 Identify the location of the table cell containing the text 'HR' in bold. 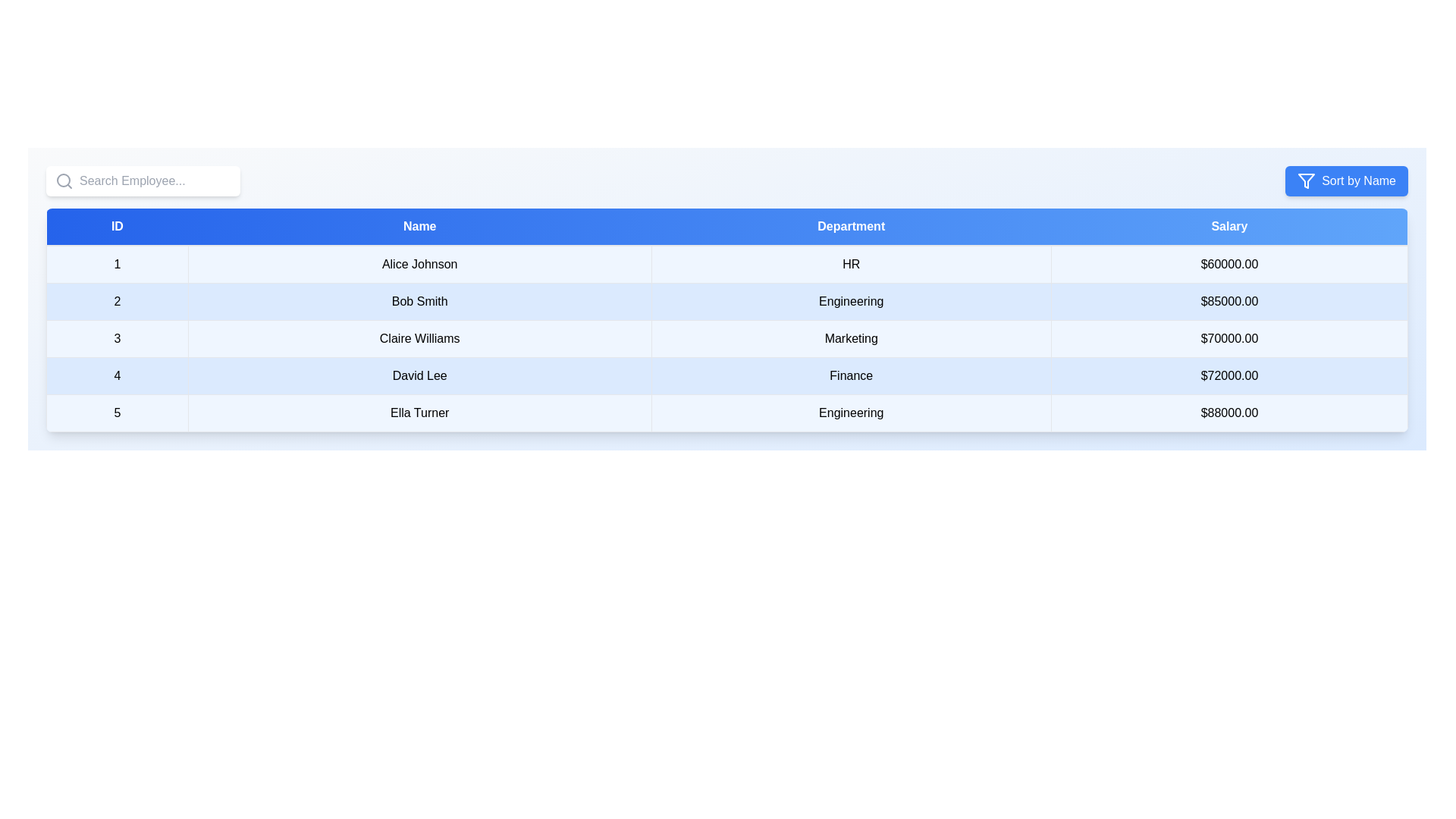
(851, 263).